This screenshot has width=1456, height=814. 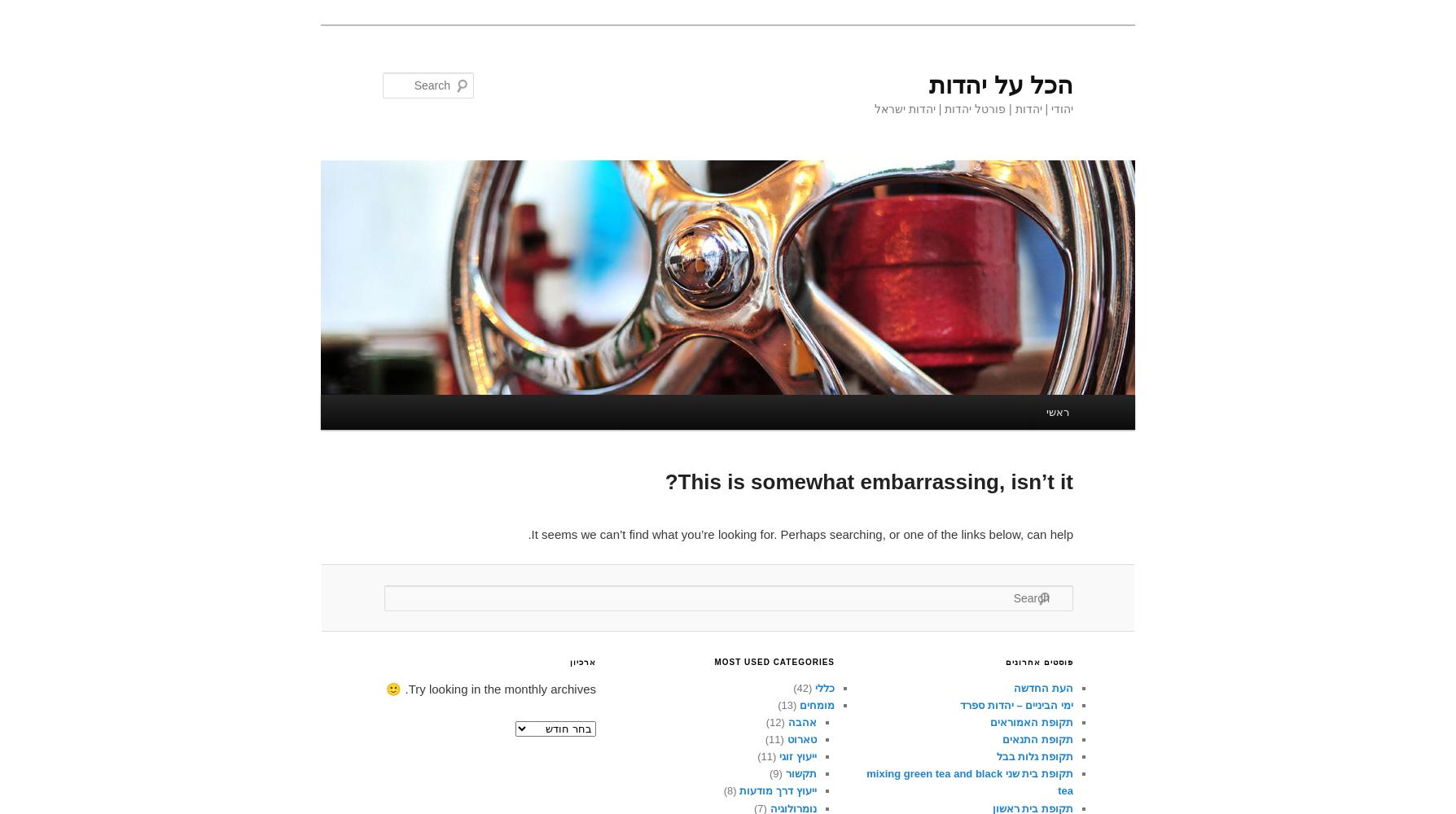 I want to click on '(42)', so click(x=804, y=686).